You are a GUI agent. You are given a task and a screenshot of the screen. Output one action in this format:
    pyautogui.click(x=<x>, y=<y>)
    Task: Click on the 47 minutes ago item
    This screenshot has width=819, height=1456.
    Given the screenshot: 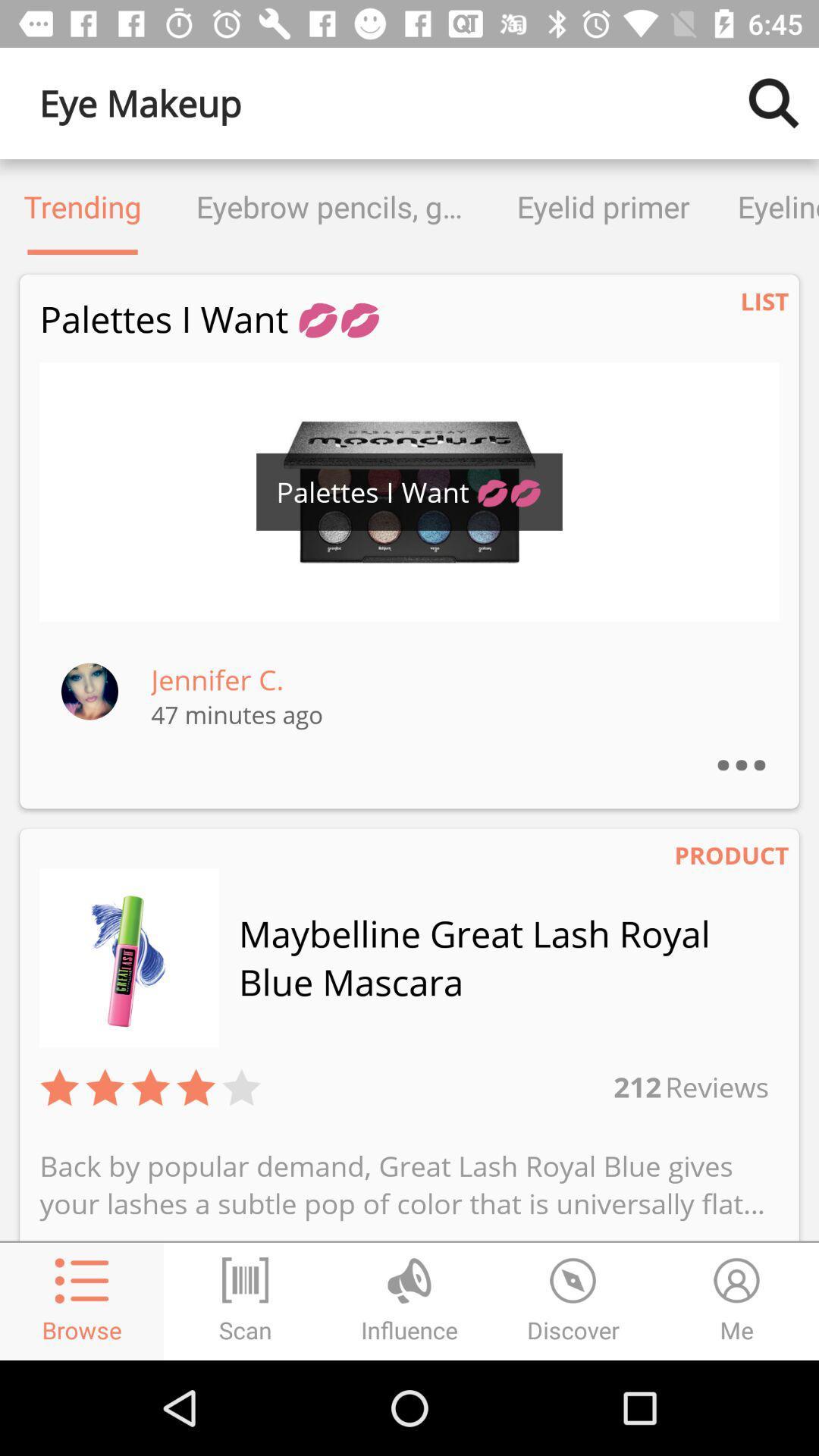 What is the action you would take?
    pyautogui.click(x=237, y=714)
    